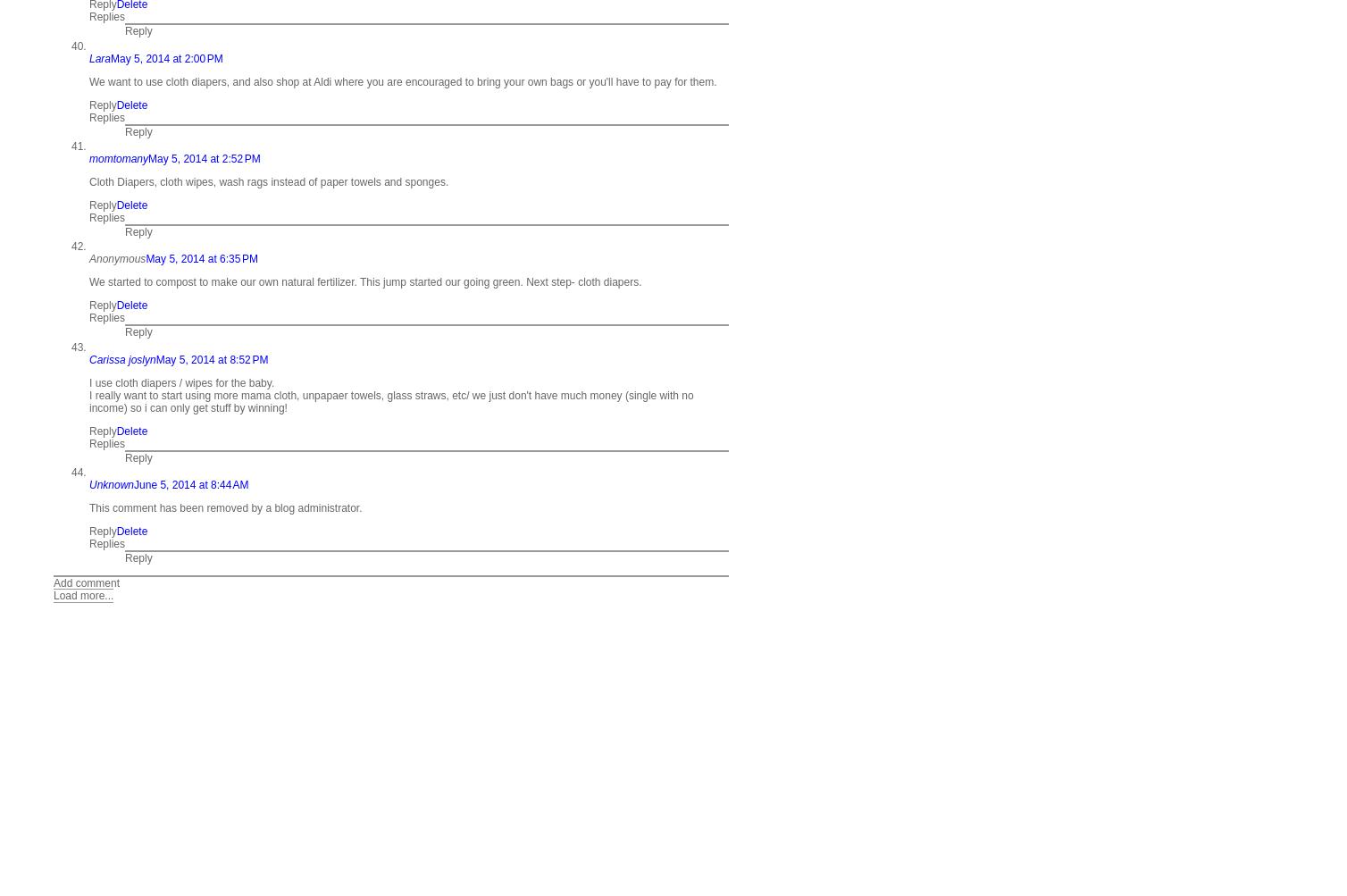  I want to click on 'Lara', so click(88, 57).